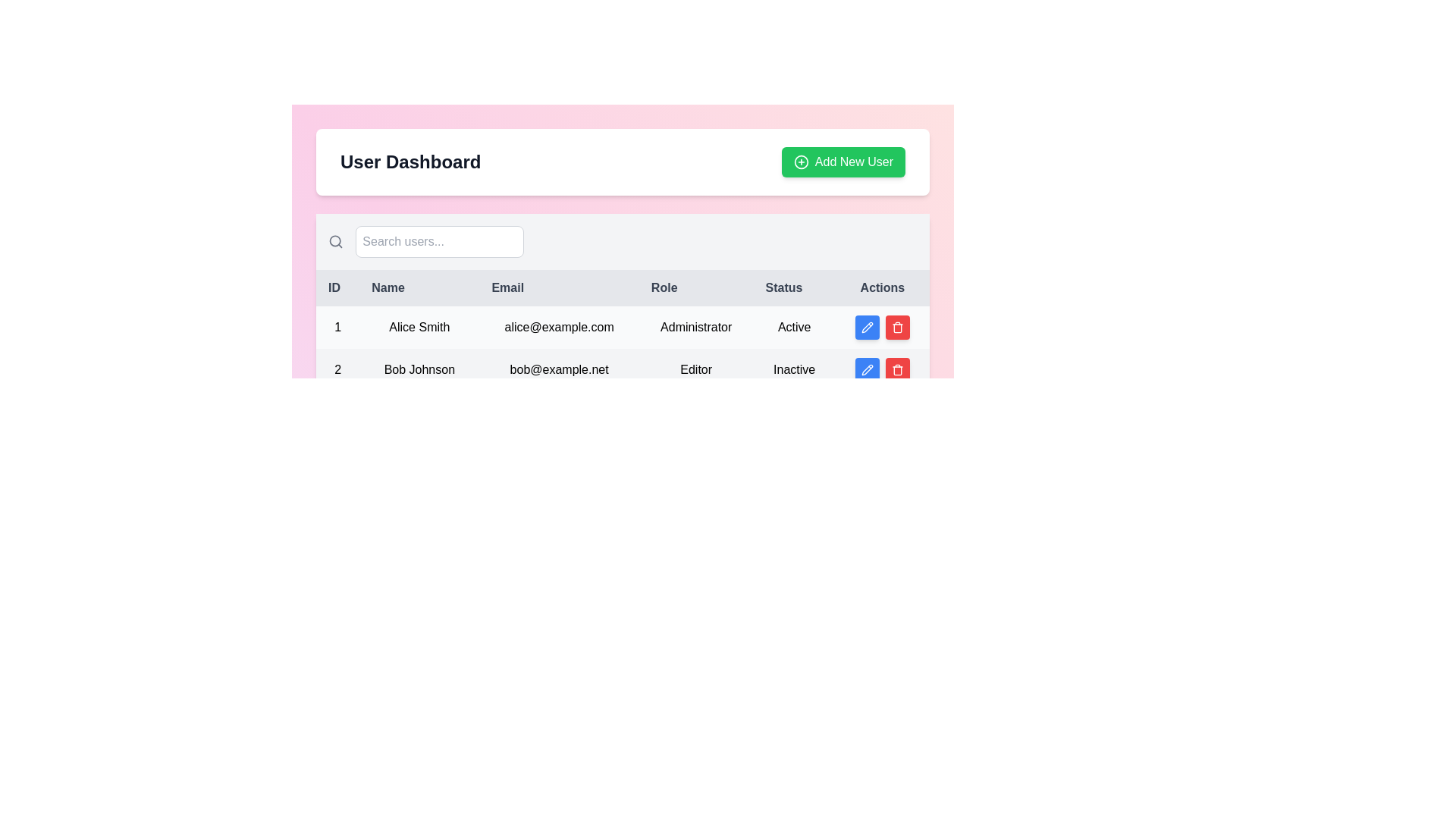  I want to click on the pencil icon in the 'Actions' column of the user management table next to 'Alice Smith', so click(867, 327).